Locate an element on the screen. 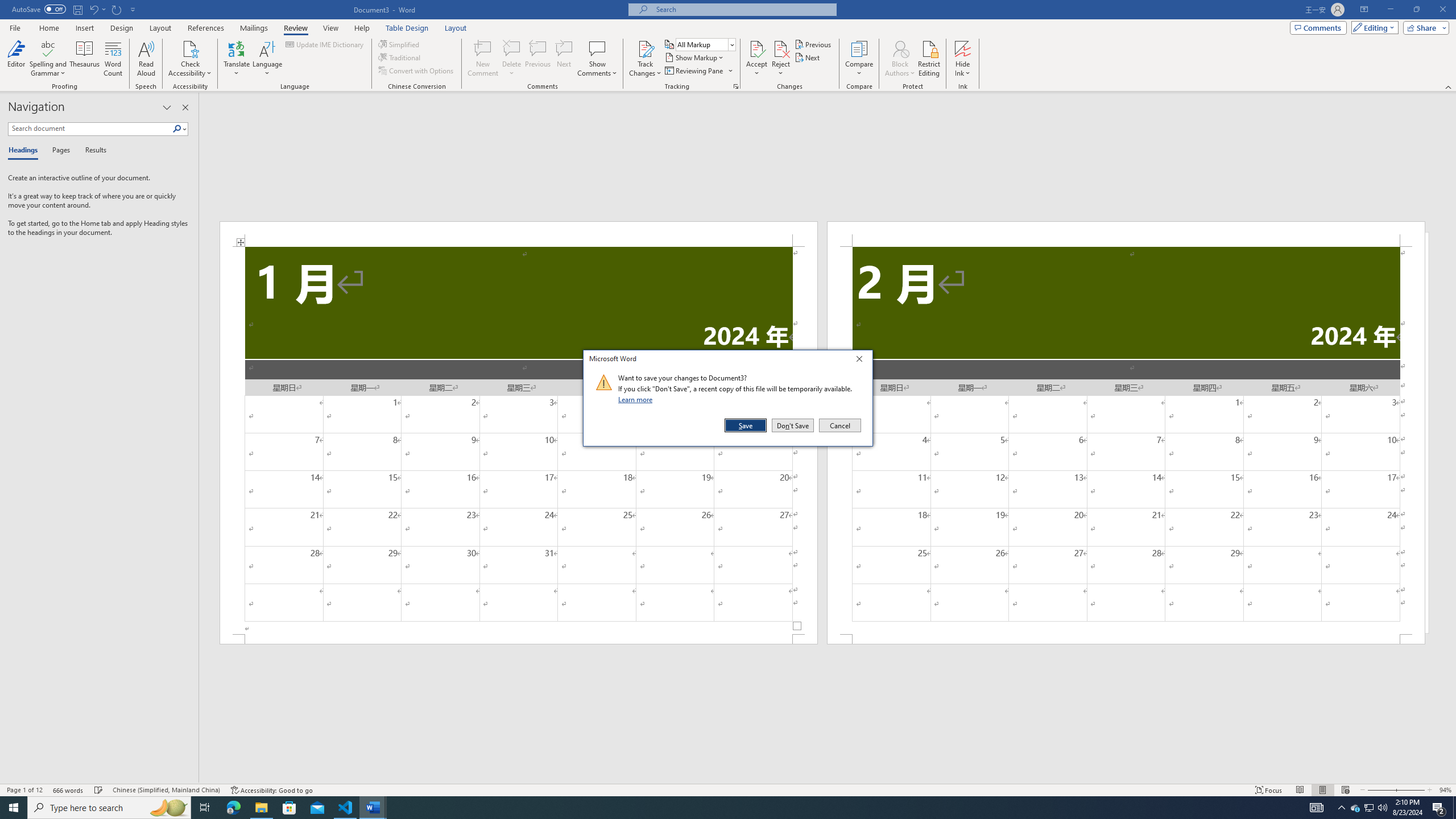  'Headings' is located at coordinates (25, 150).